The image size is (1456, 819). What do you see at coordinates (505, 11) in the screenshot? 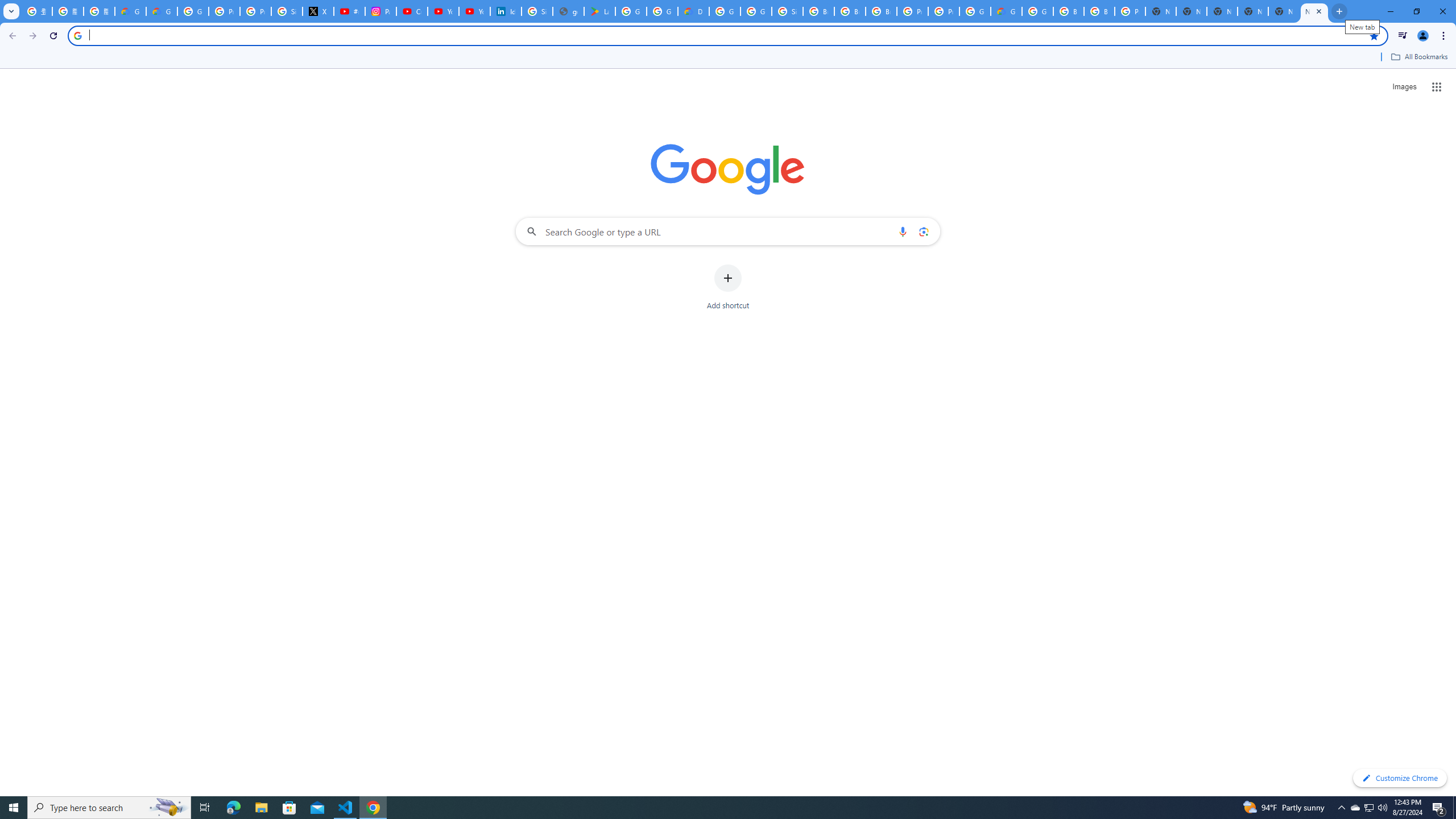
I see `'Identity verification via Persona | LinkedIn Help'` at bounding box center [505, 11].